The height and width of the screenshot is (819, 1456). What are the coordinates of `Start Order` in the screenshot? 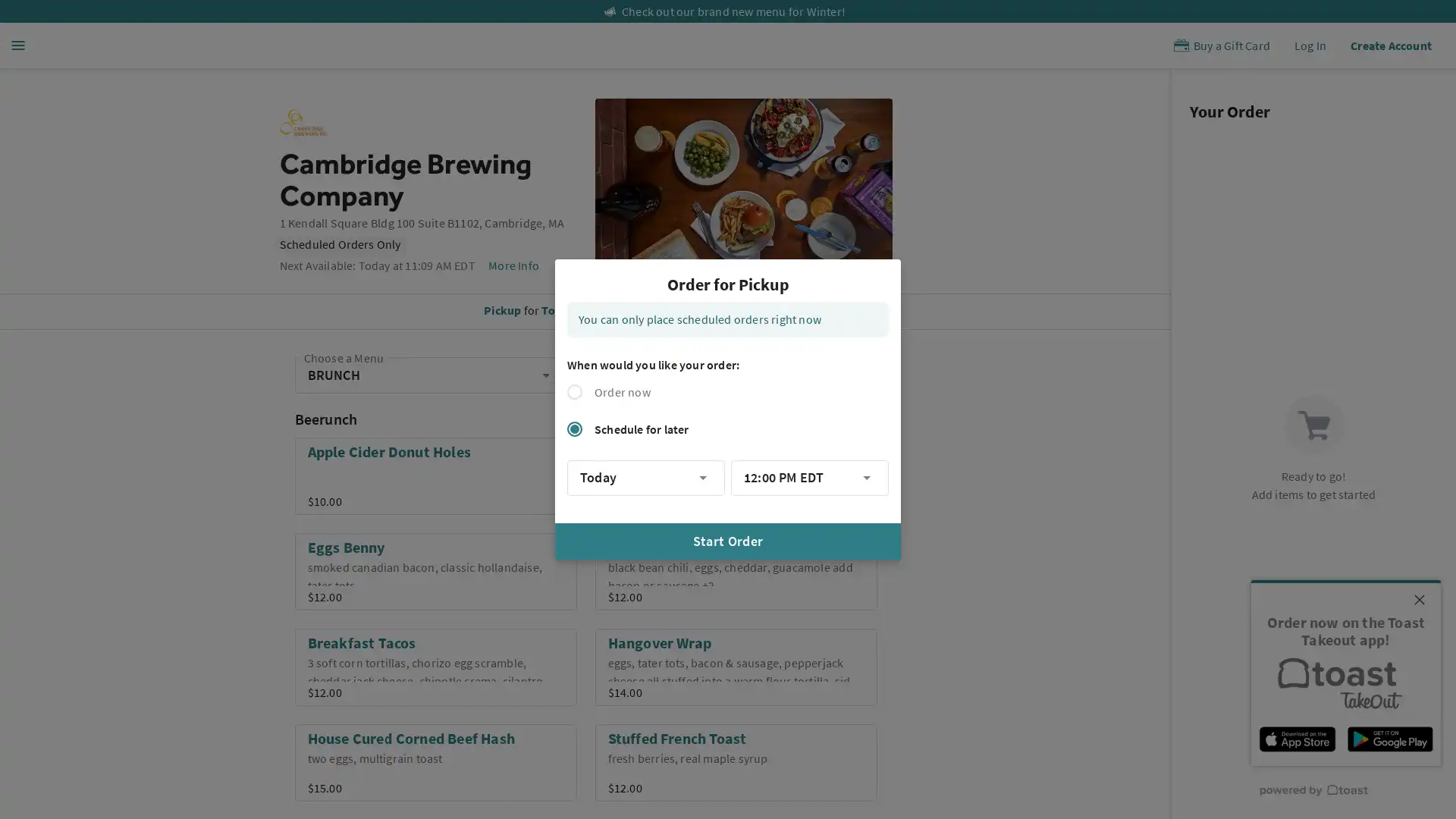 It's located at (728, 540).